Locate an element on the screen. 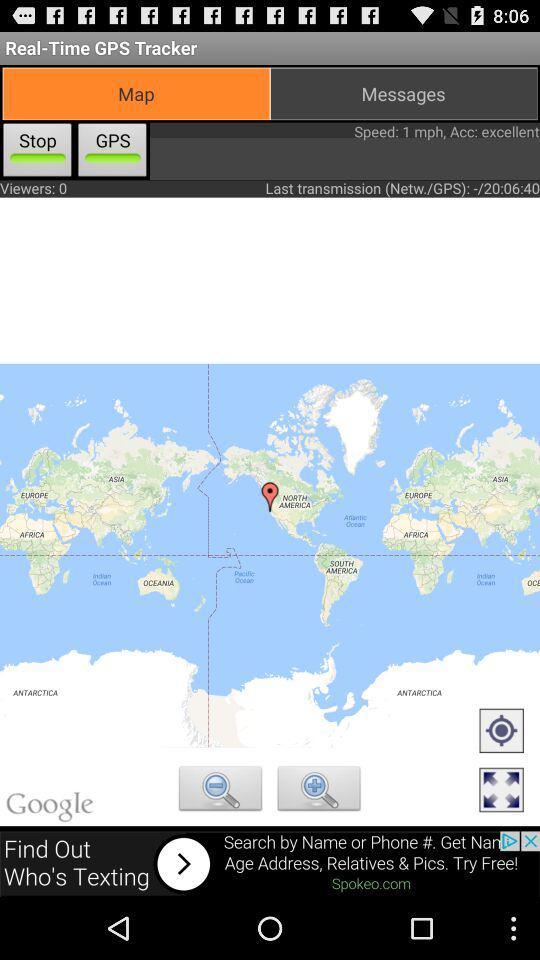  show your location icon is located at coordinates (500, 731).